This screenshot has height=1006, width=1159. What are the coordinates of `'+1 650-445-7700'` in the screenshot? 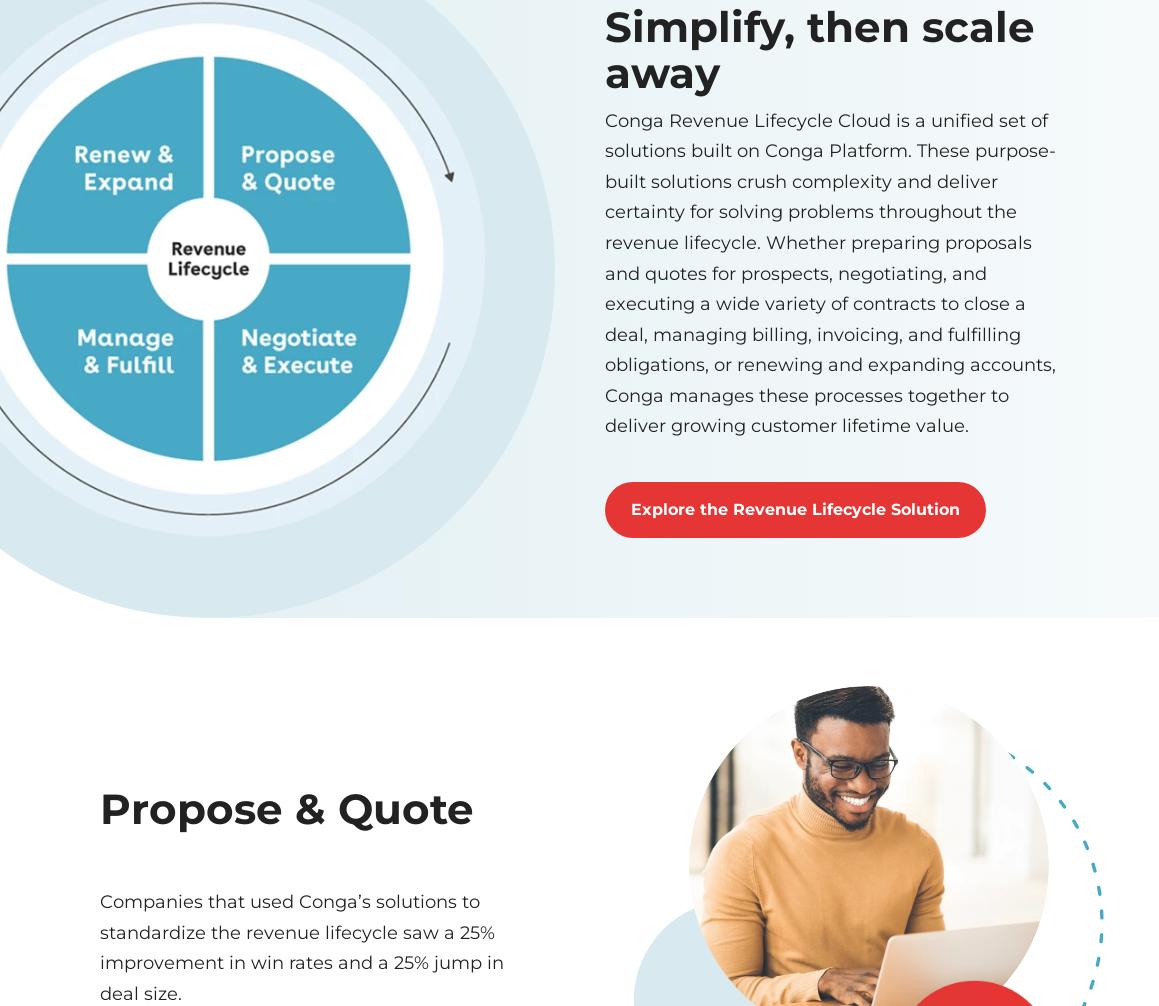 It's located at (237, 320).